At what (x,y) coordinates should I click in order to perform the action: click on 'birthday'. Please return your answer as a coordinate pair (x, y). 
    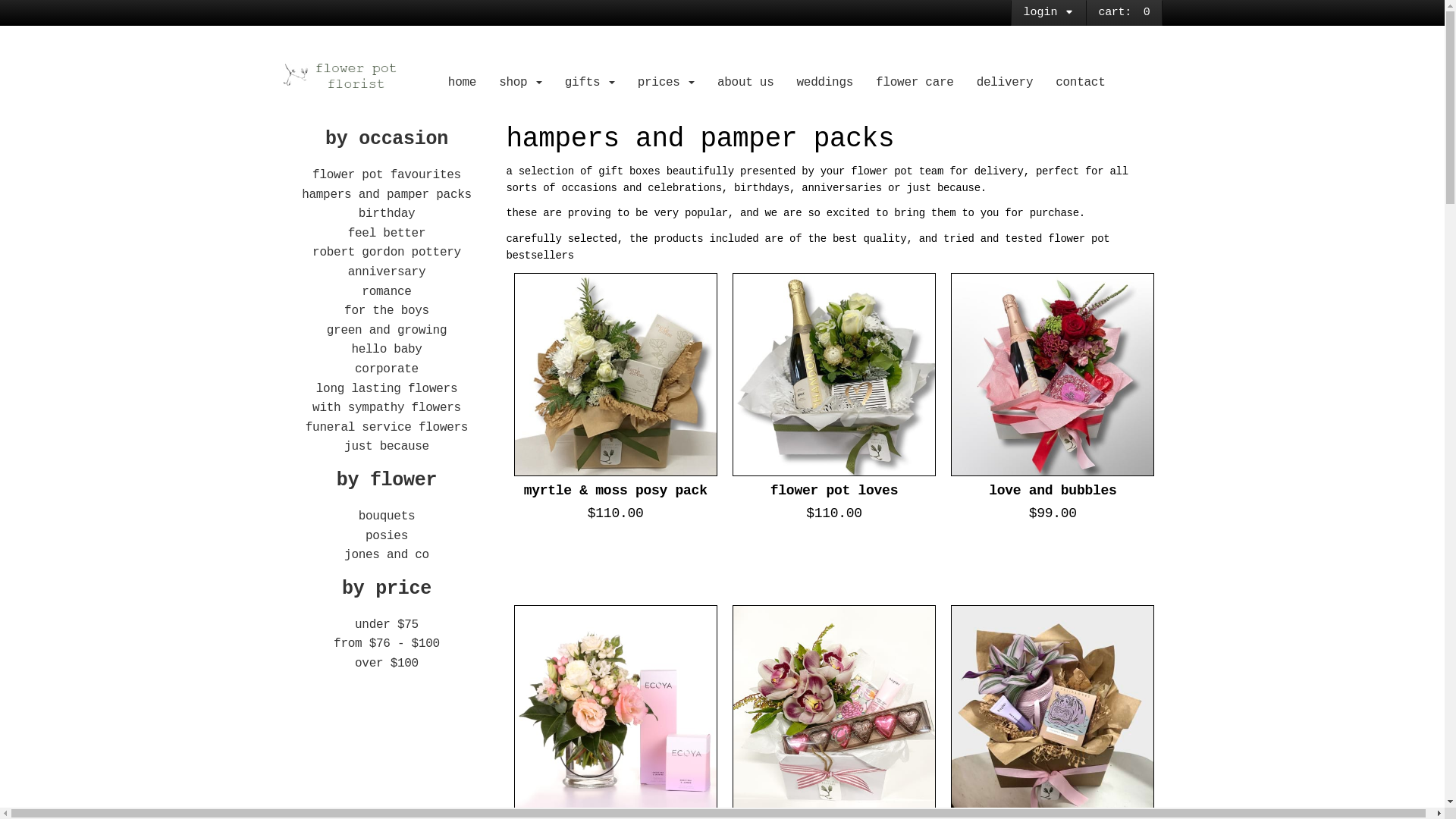
    Looking at the image, I should click on (387, 213).